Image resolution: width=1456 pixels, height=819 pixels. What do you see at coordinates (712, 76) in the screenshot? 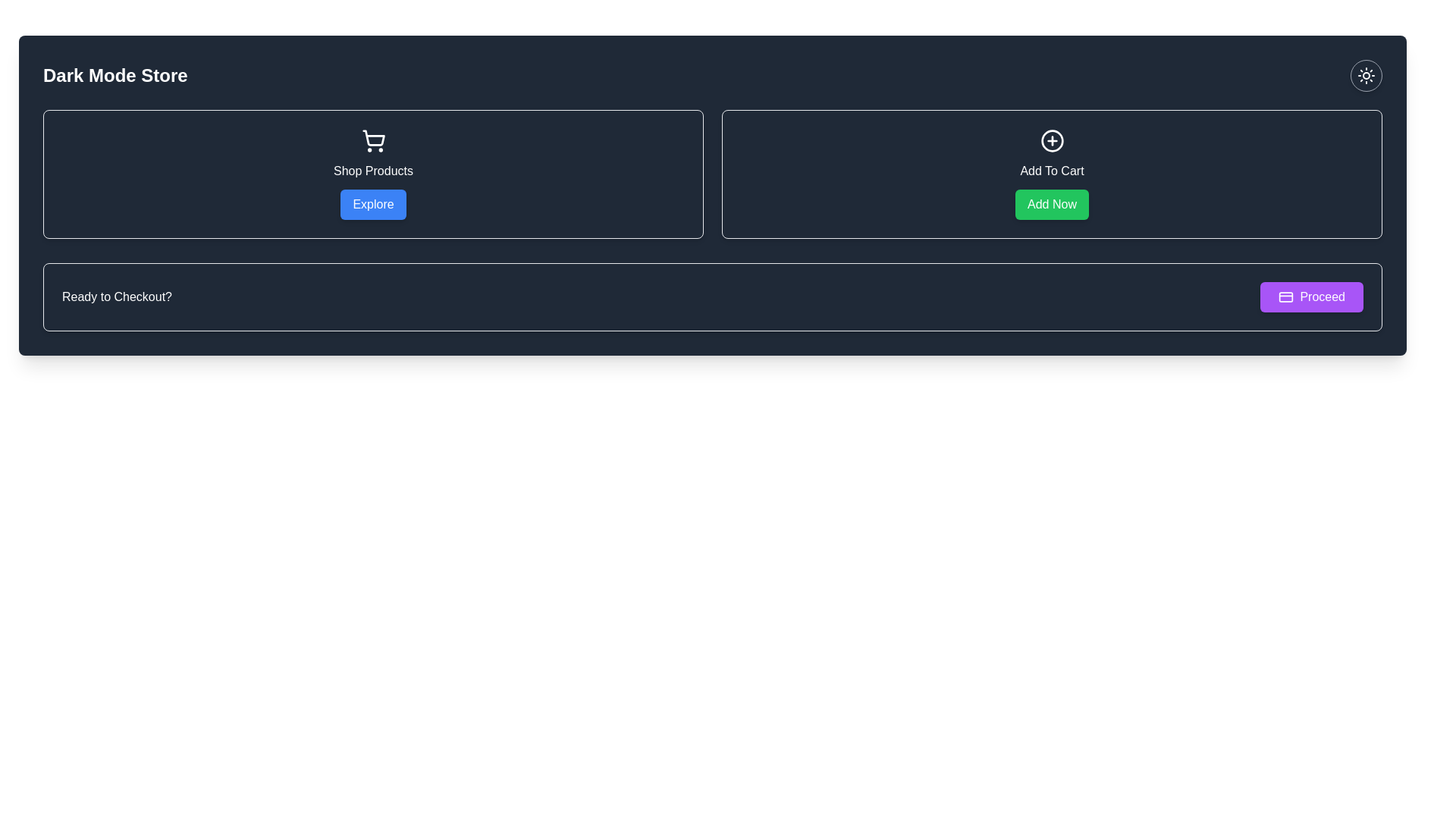
I see `the header section displaying 'Dark Mode Store' for interaction by moving the cursor to the center of this element` at bounding box center [712, 76].